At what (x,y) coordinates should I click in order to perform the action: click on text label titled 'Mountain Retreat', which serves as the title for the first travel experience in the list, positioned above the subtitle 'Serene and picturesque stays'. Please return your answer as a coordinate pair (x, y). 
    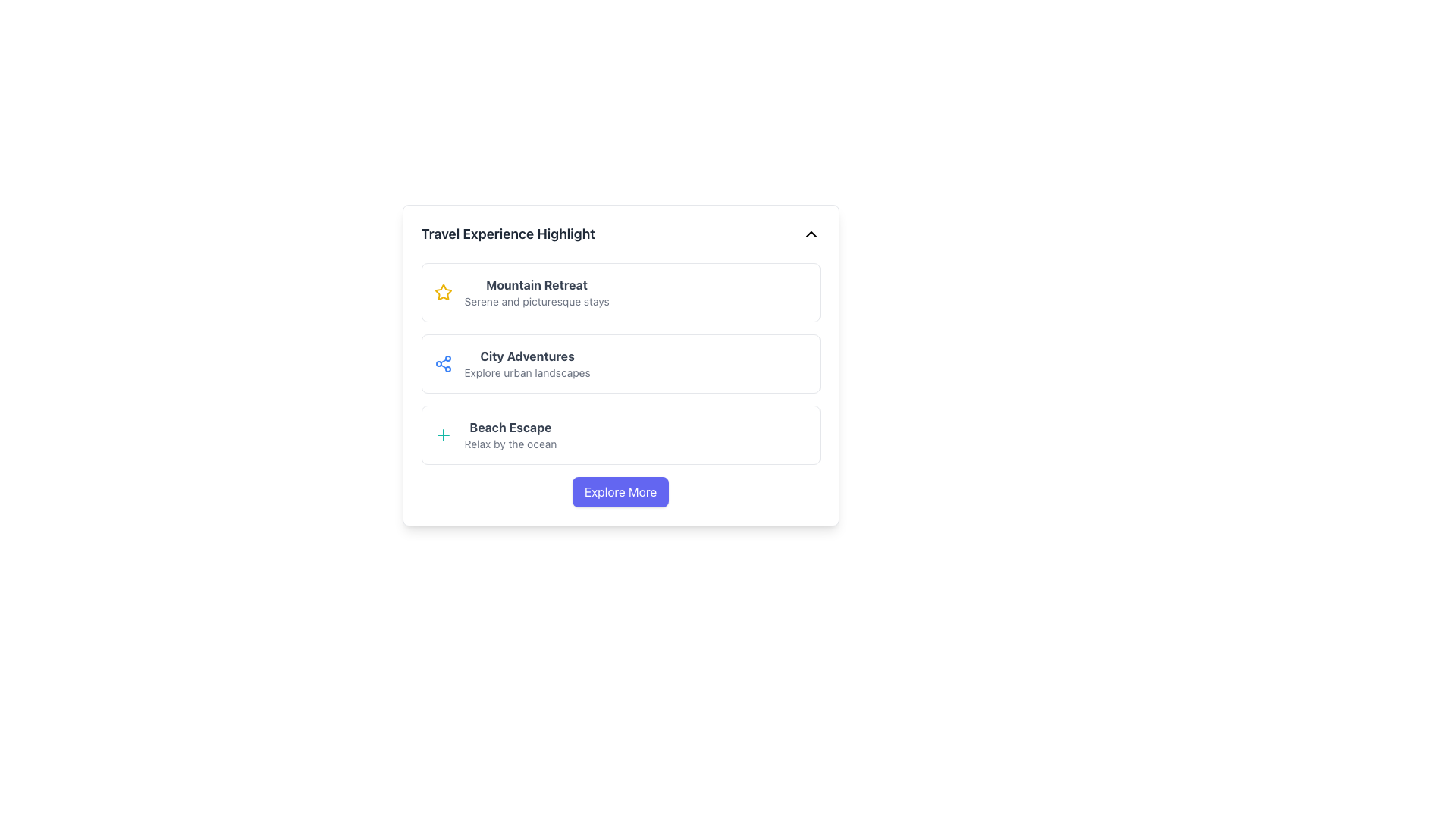
    Looking at the image, I should click on (537, 284).